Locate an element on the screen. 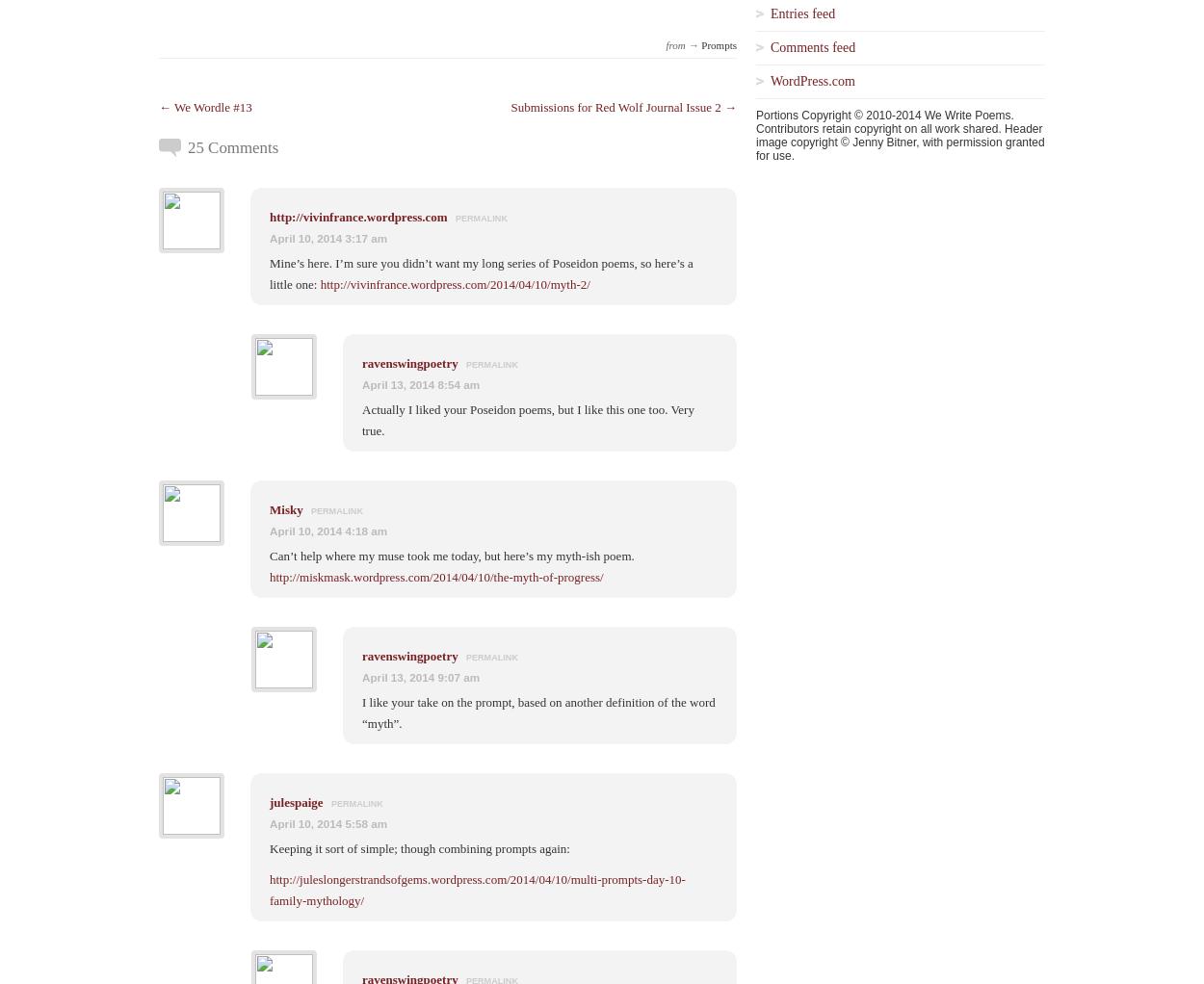 The height and width of the screenshot is (984, 1204). 'April 10, 2014 5:58 am' is located at coordinates (327, 822).